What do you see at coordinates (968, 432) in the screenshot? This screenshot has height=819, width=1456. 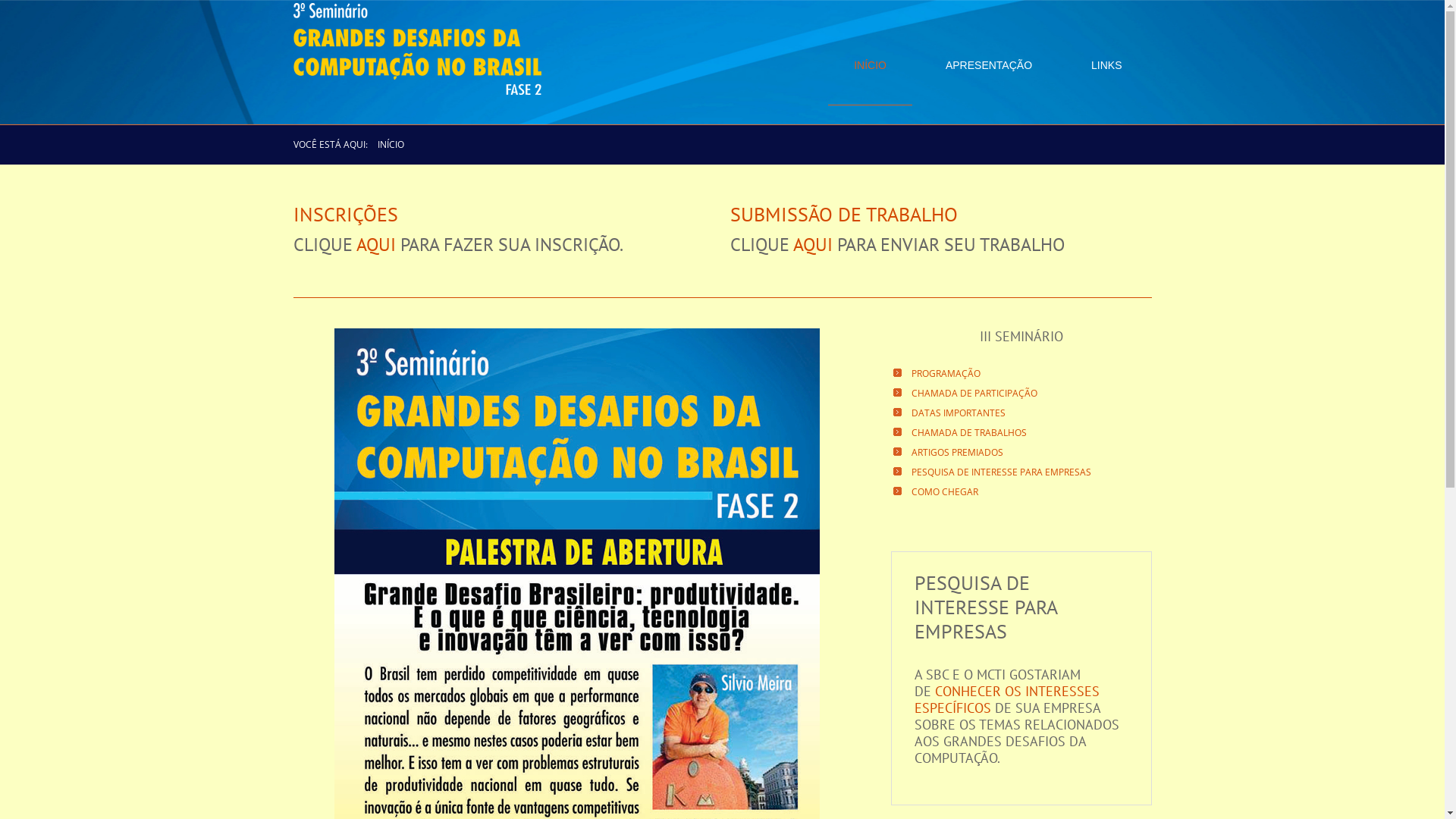 I see `'CHAMADA DE TRABALHOS'` at bounding box center [968, 432].